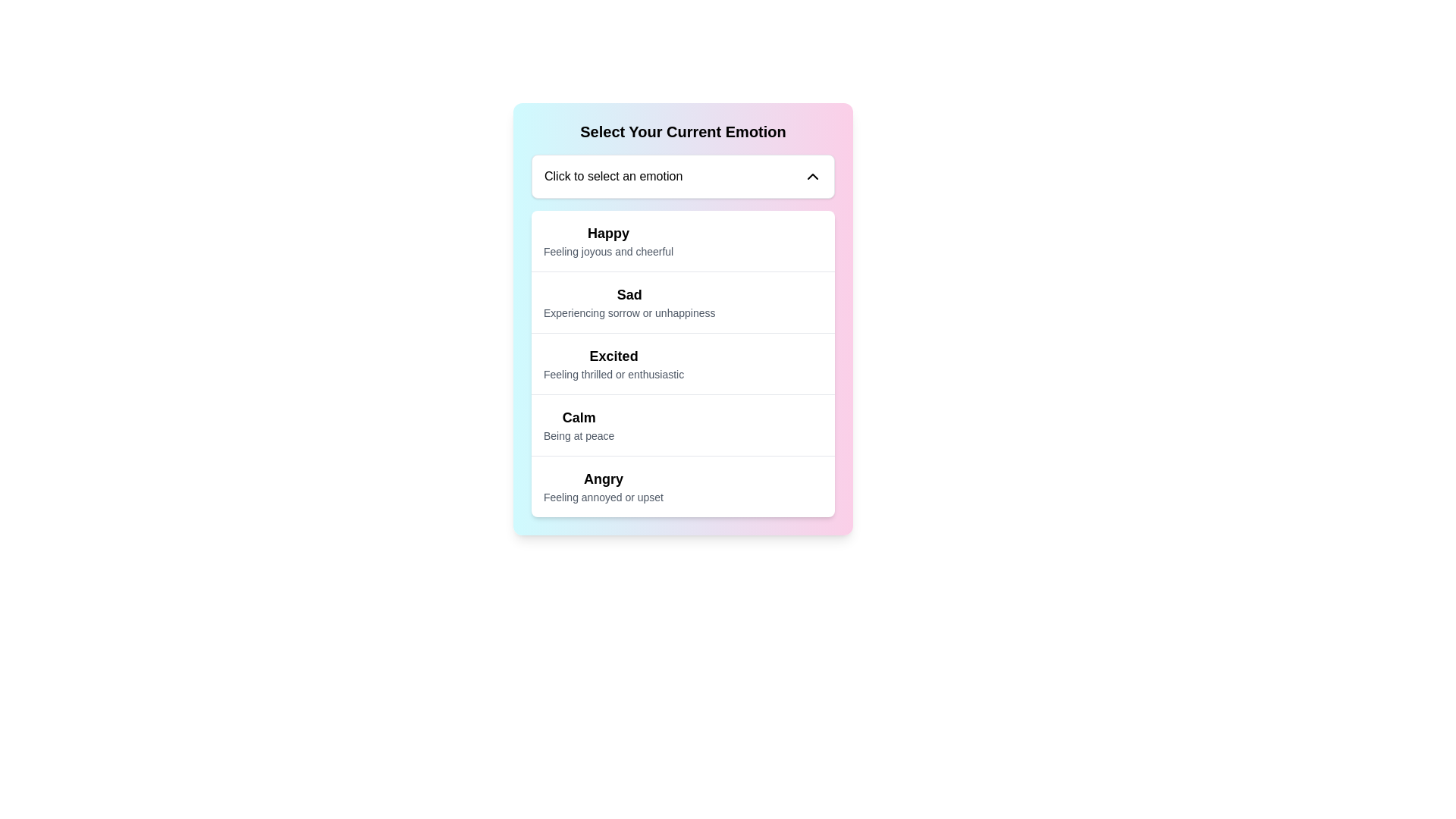 The image size is (1456, 819). I want to click on the static text label indicating the 'Sad' emotion in the dropdown list, which is positioned at the upper part of its containing card, so click(629, 295).